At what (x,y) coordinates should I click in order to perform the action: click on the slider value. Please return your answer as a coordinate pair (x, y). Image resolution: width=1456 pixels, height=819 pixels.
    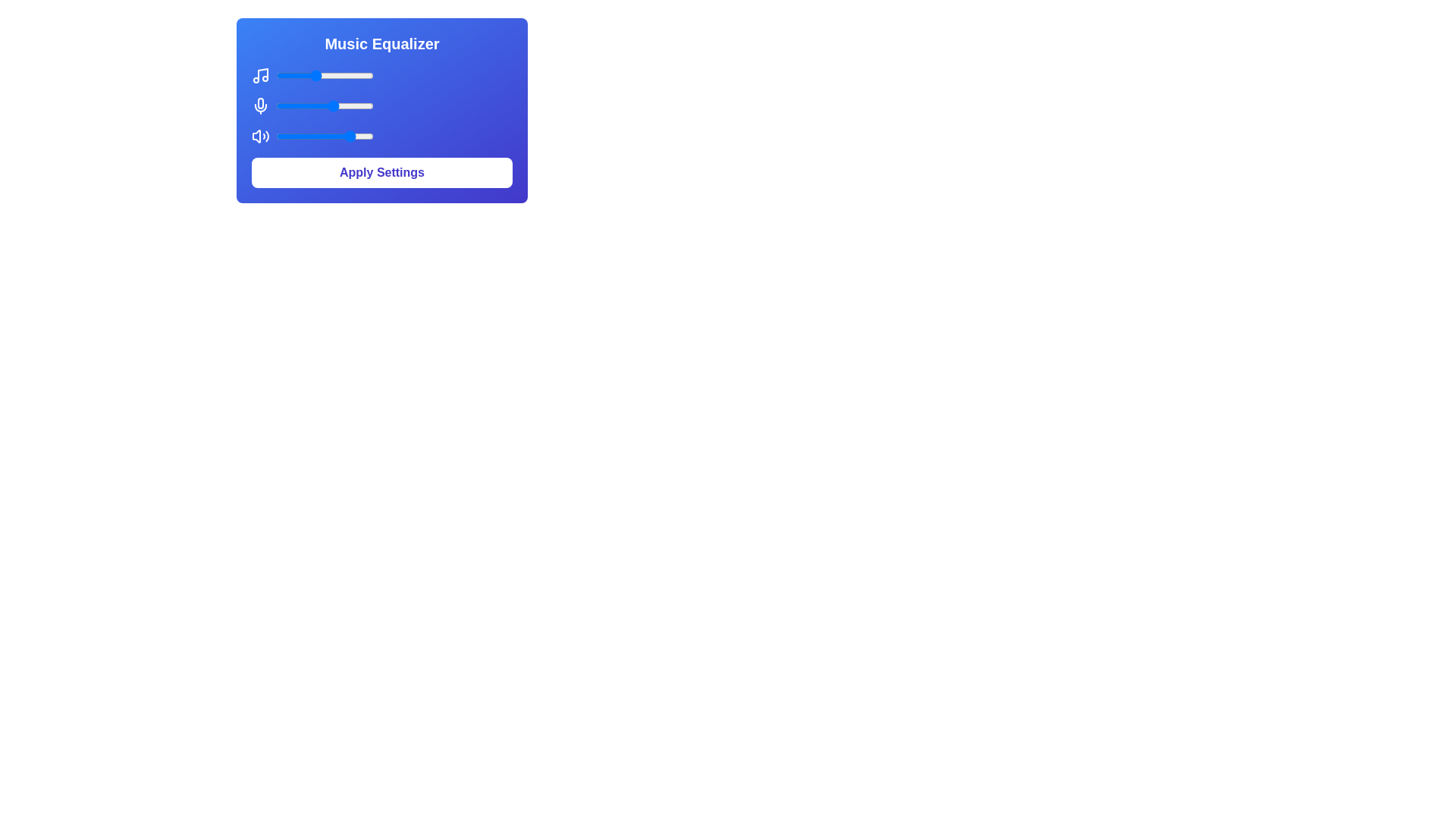
    Looking at the image, I should click on (369, 105).